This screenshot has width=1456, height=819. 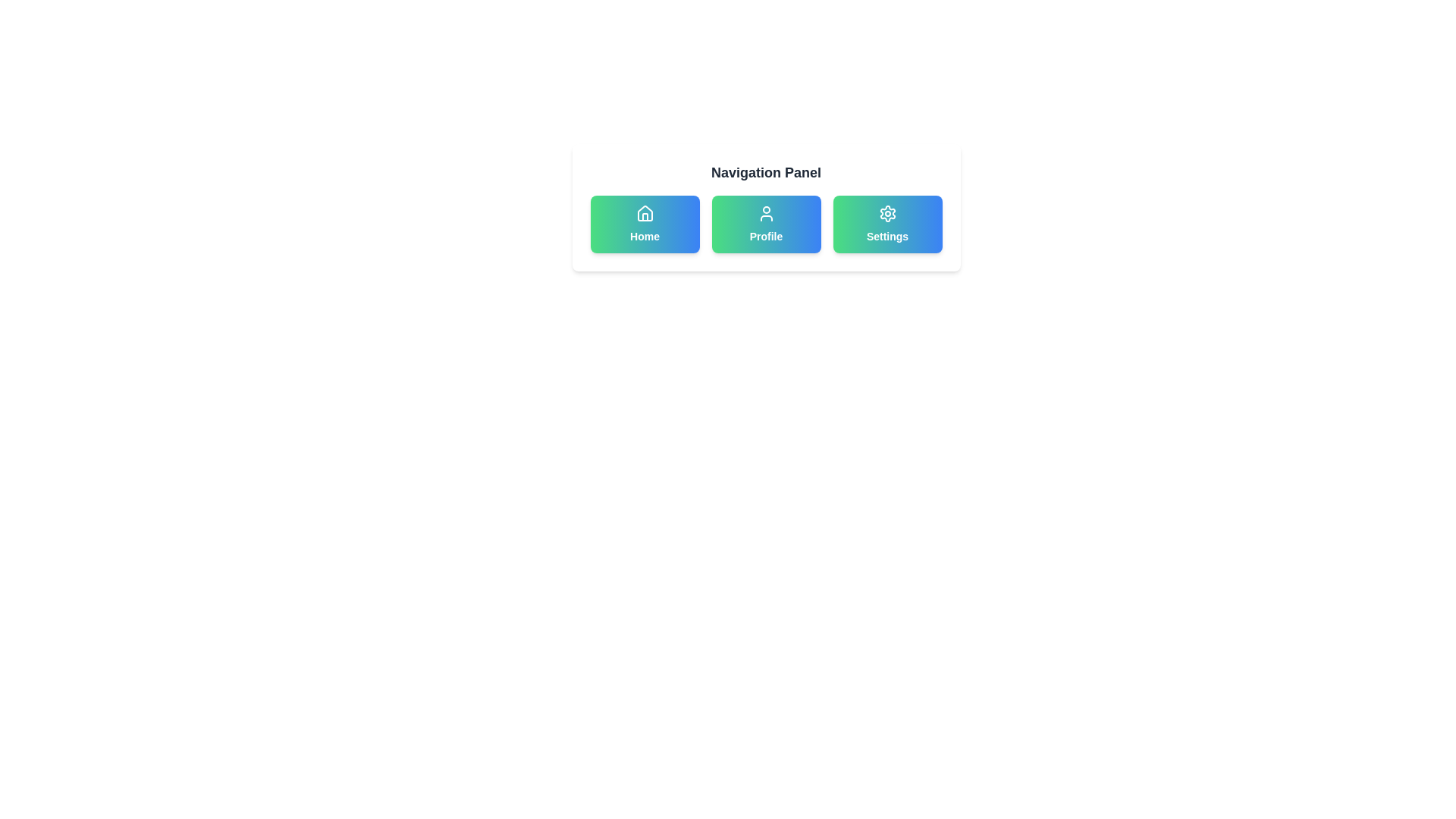 What do you see at coordinates (645, 213) in the screenshot?
I see `the home icon located in the navigation panel, which is the leftmost button among three buttons used for navigating to the homepage` at bounding box center [645, 213].